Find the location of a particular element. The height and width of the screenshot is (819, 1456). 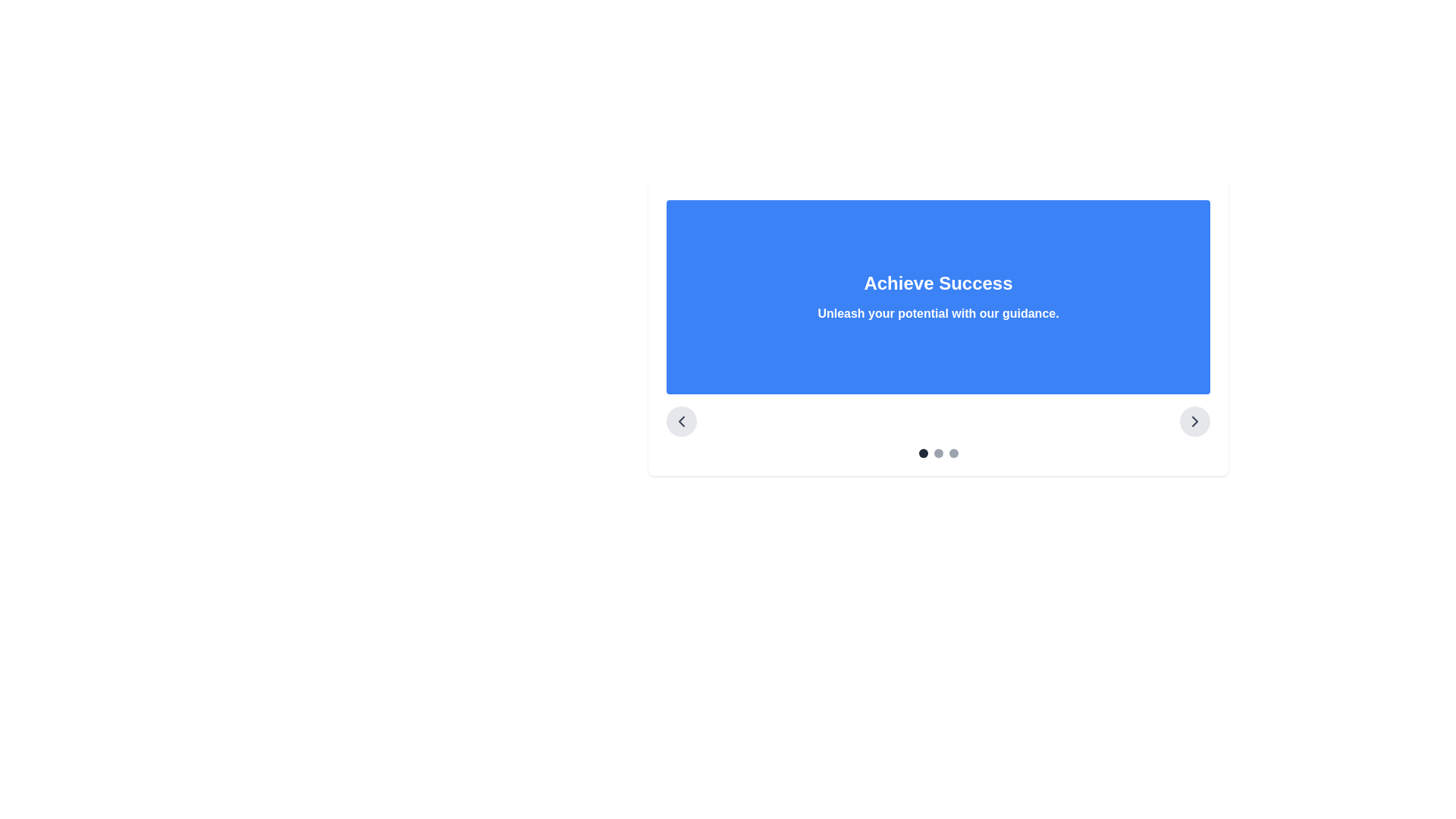

the third Carousel navigation dot, which is a small circular indicator styled with light gray color is located at coordinates (952, 452).